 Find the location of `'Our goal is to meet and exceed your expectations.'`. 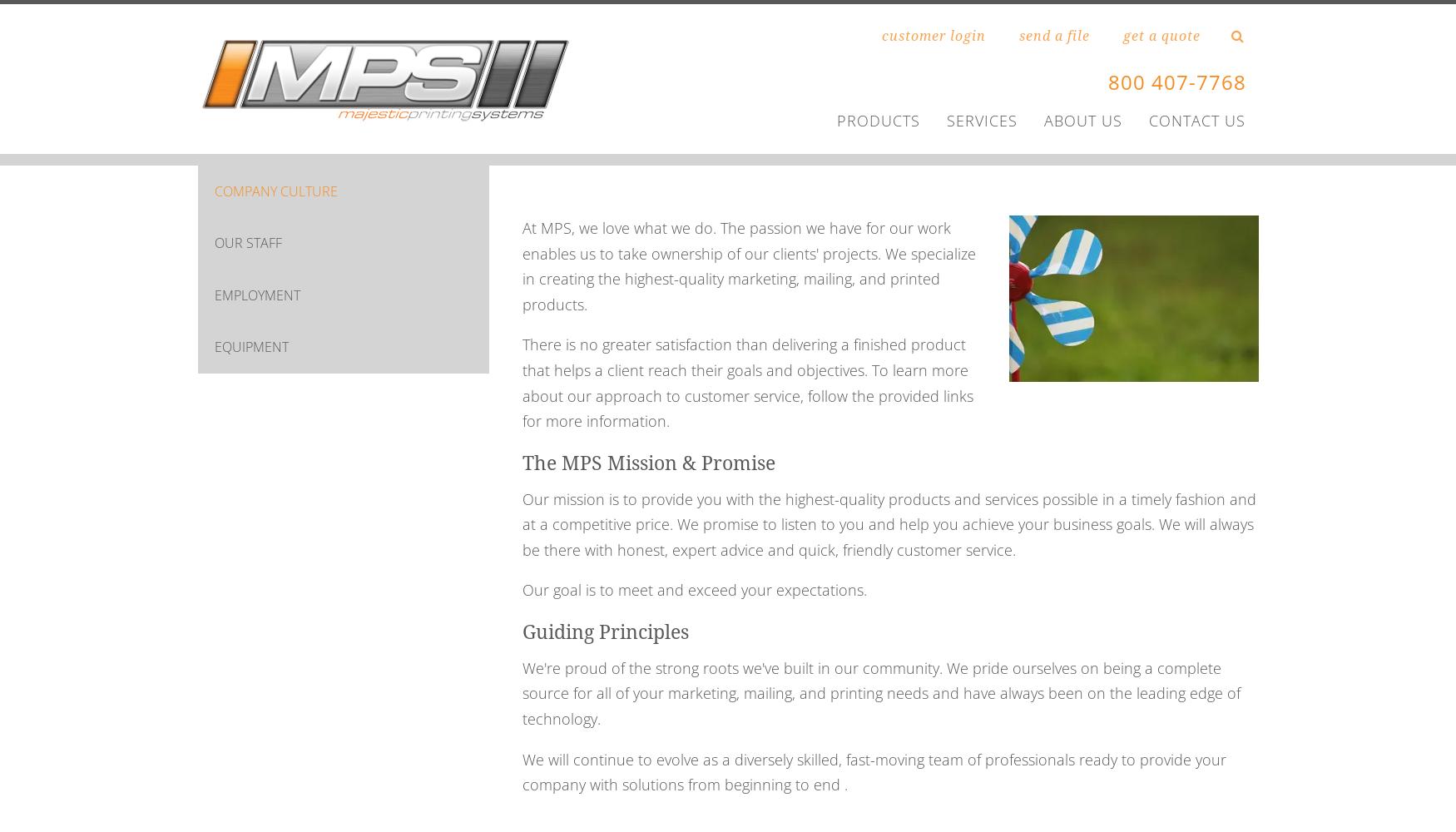

'Our goal is to meet and exceed your expectations.' is located at coordinates (521, 589).